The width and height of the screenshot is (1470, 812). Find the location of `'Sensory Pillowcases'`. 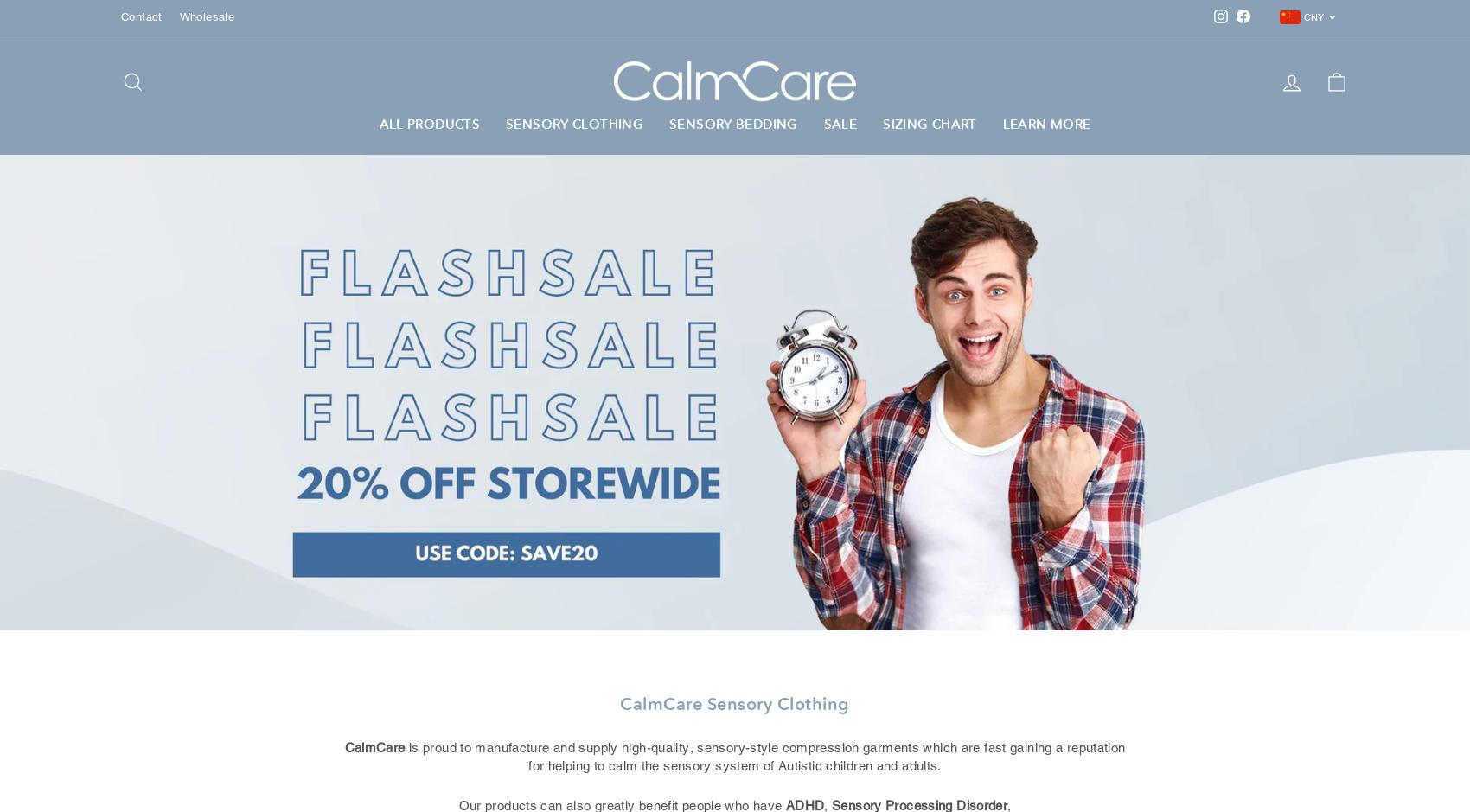

'Sensory Pillowcases' is located at coordinates (730, 182).